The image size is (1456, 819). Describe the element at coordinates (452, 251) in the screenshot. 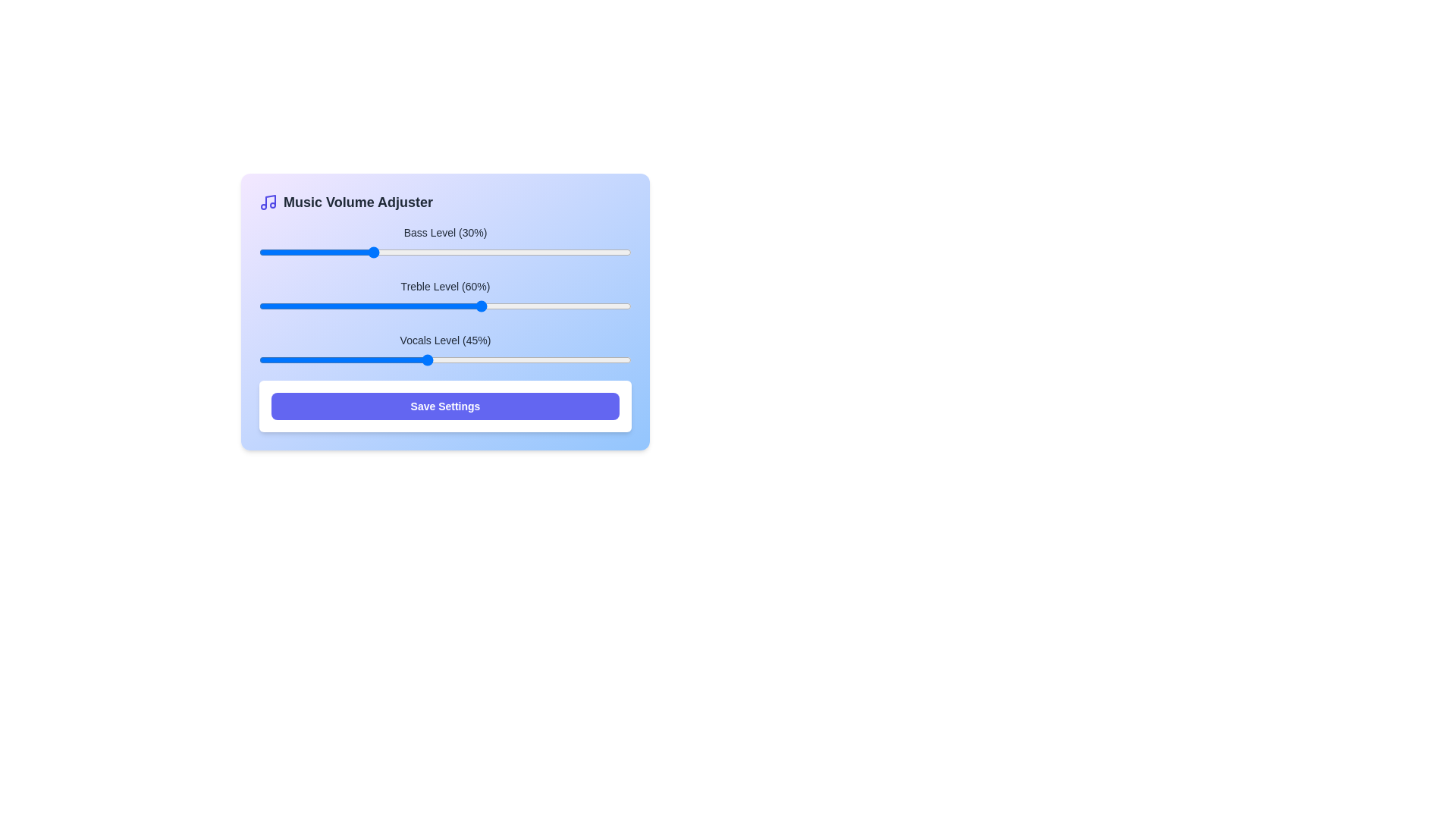

I see `the bass level` at that location.